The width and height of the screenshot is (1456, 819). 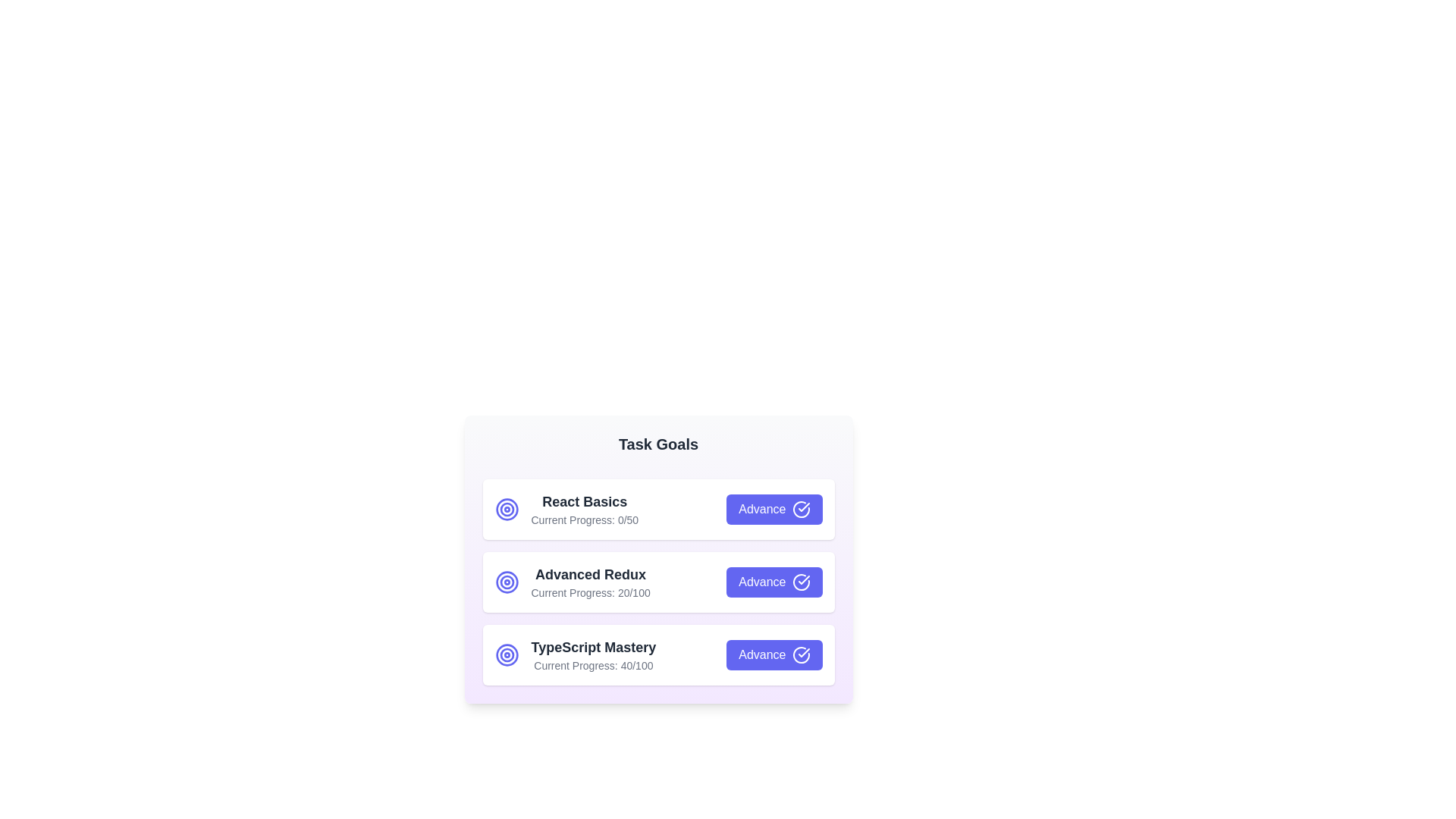 I want to click on the progress information of the 'React Basics' course by clicking on the first list item with a blue target icon and associated text in the 'Task Goals' box, so click(x=566, y=509).